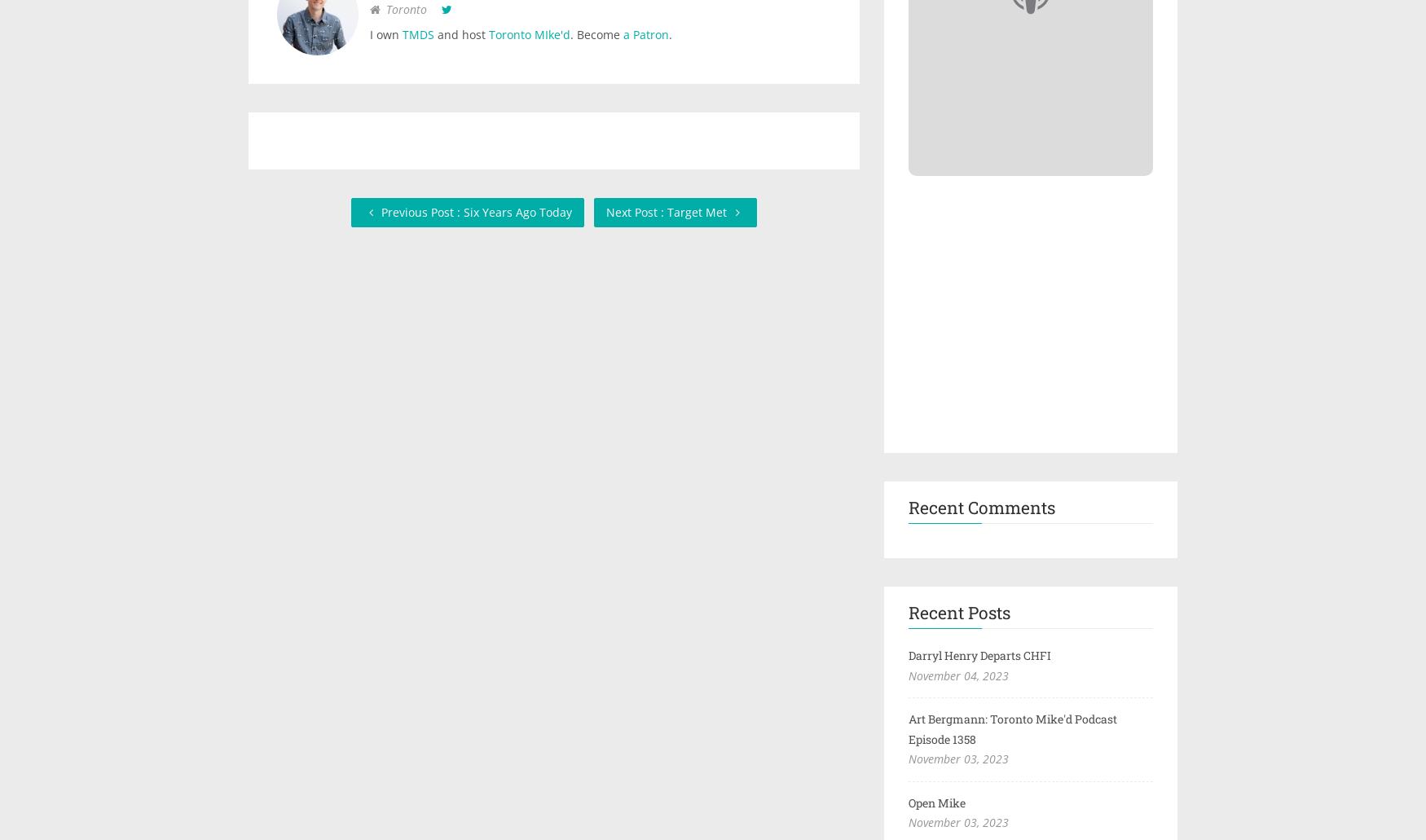 This screenshot has width=1426, height=840. I want to click on 'Darryl Henry Departs CHFI', so click(979, 654).